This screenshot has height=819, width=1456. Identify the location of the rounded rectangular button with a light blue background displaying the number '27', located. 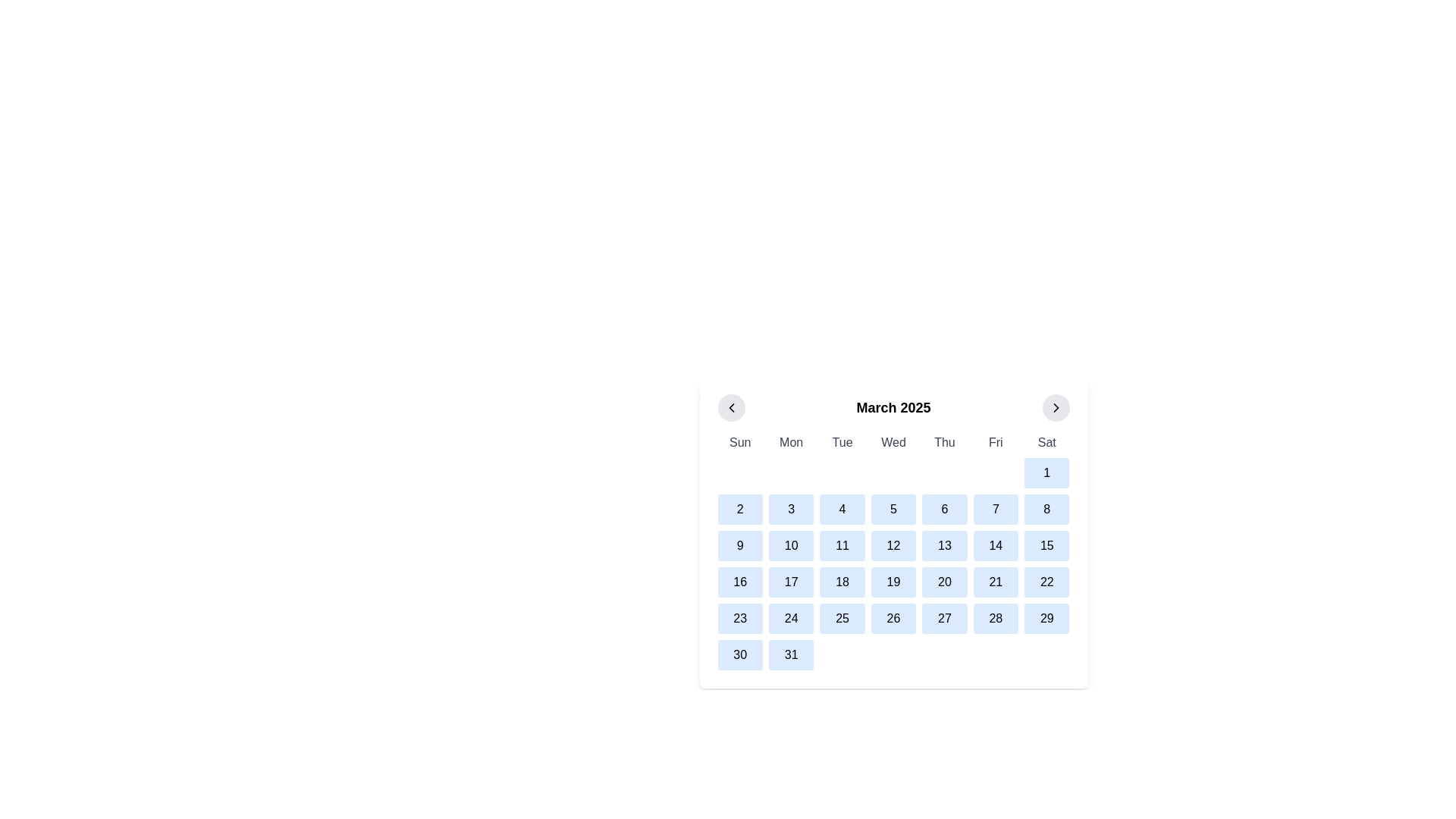
(943, 619).